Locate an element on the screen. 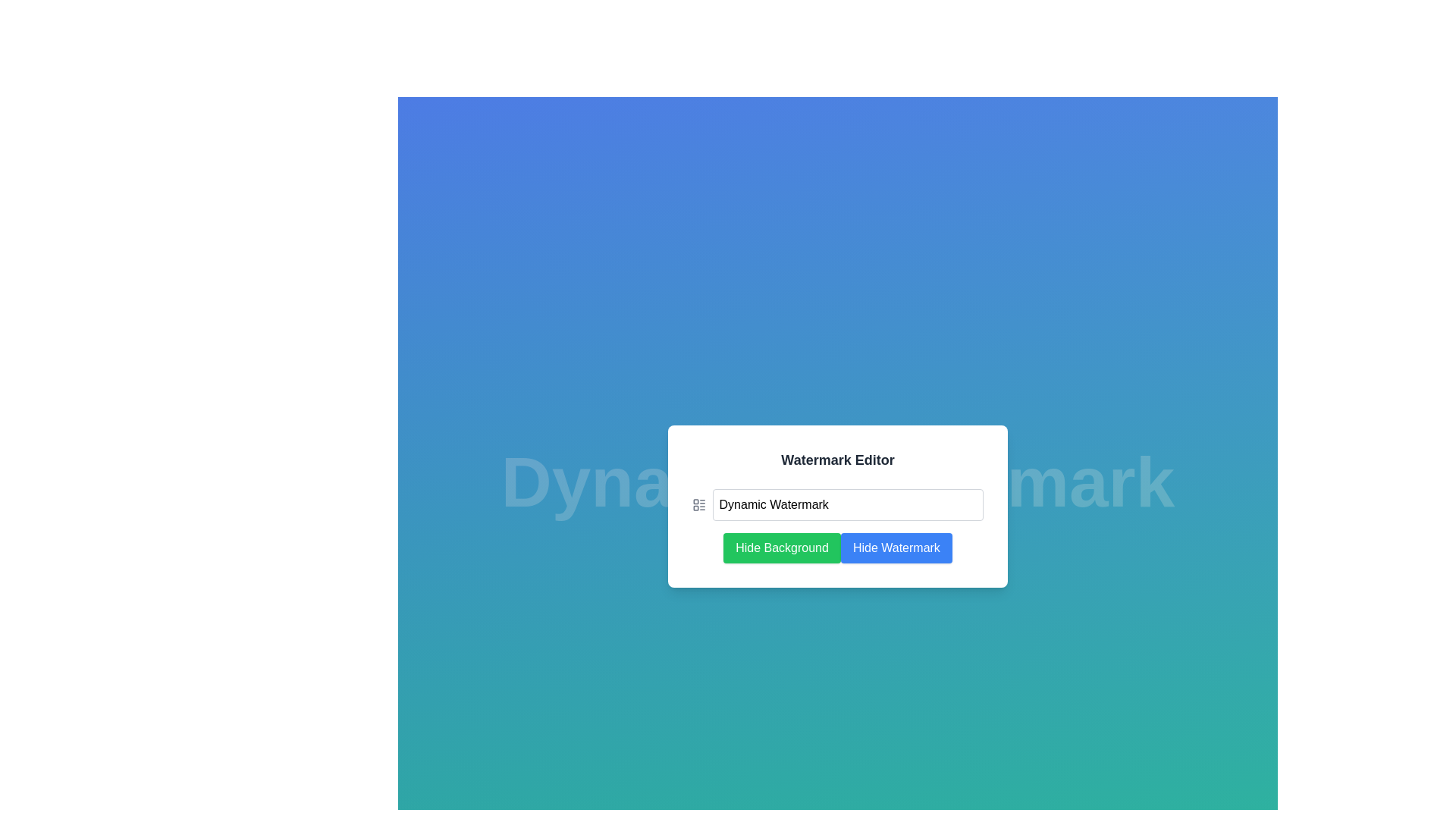 The image size is (1456, 819). the green 'Hide Background' button located in the 'Watermark Editor' interface is located at coordinates (782, 548).